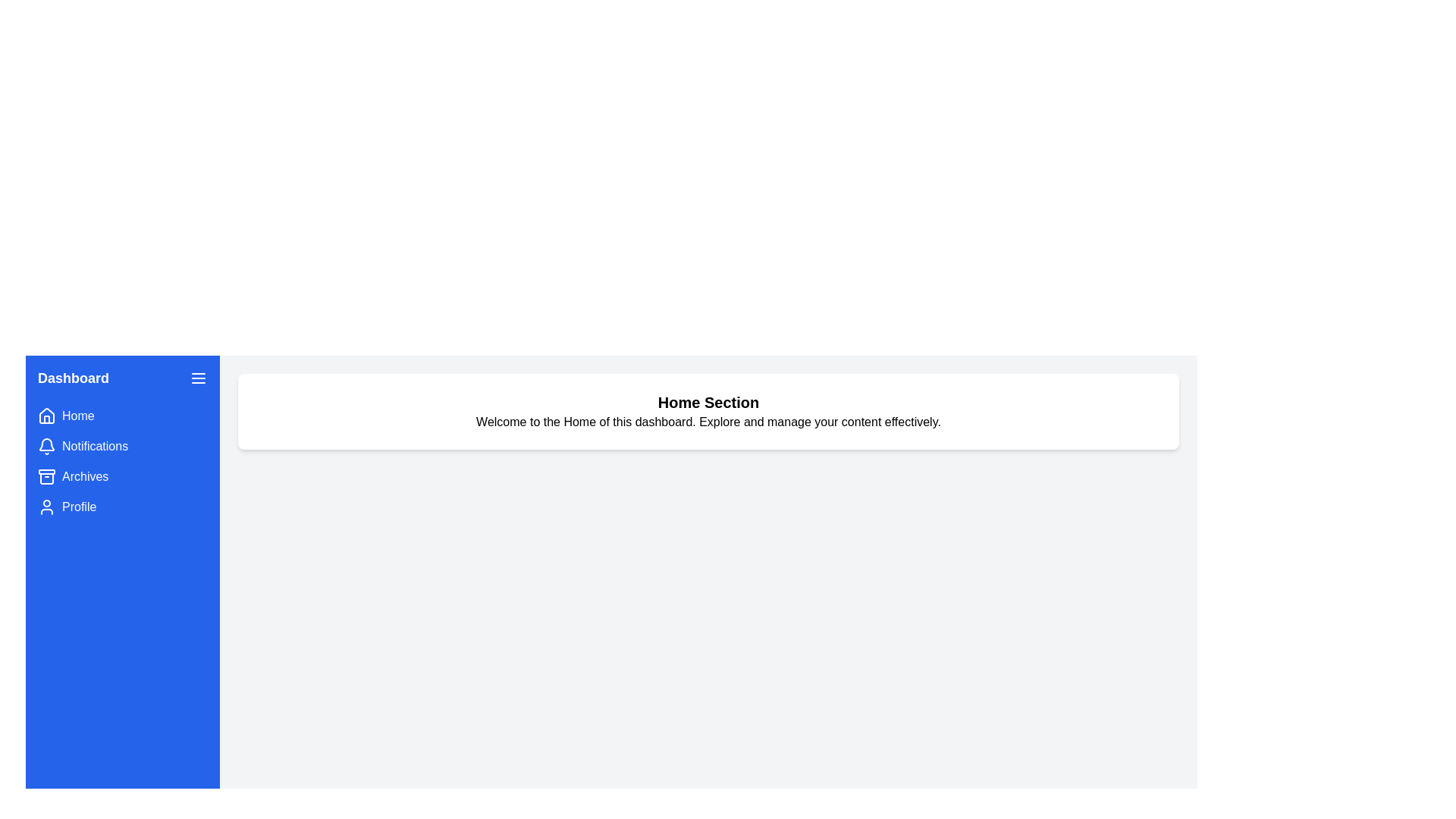 The image size is (1456, 819). Describe the element at coordinates (77, 416) in the screenshot. I see `the 'Home' navigation label located in the left-hand sidebar, positioned below the 'Dashboard' header and next to the house icon` at that location.